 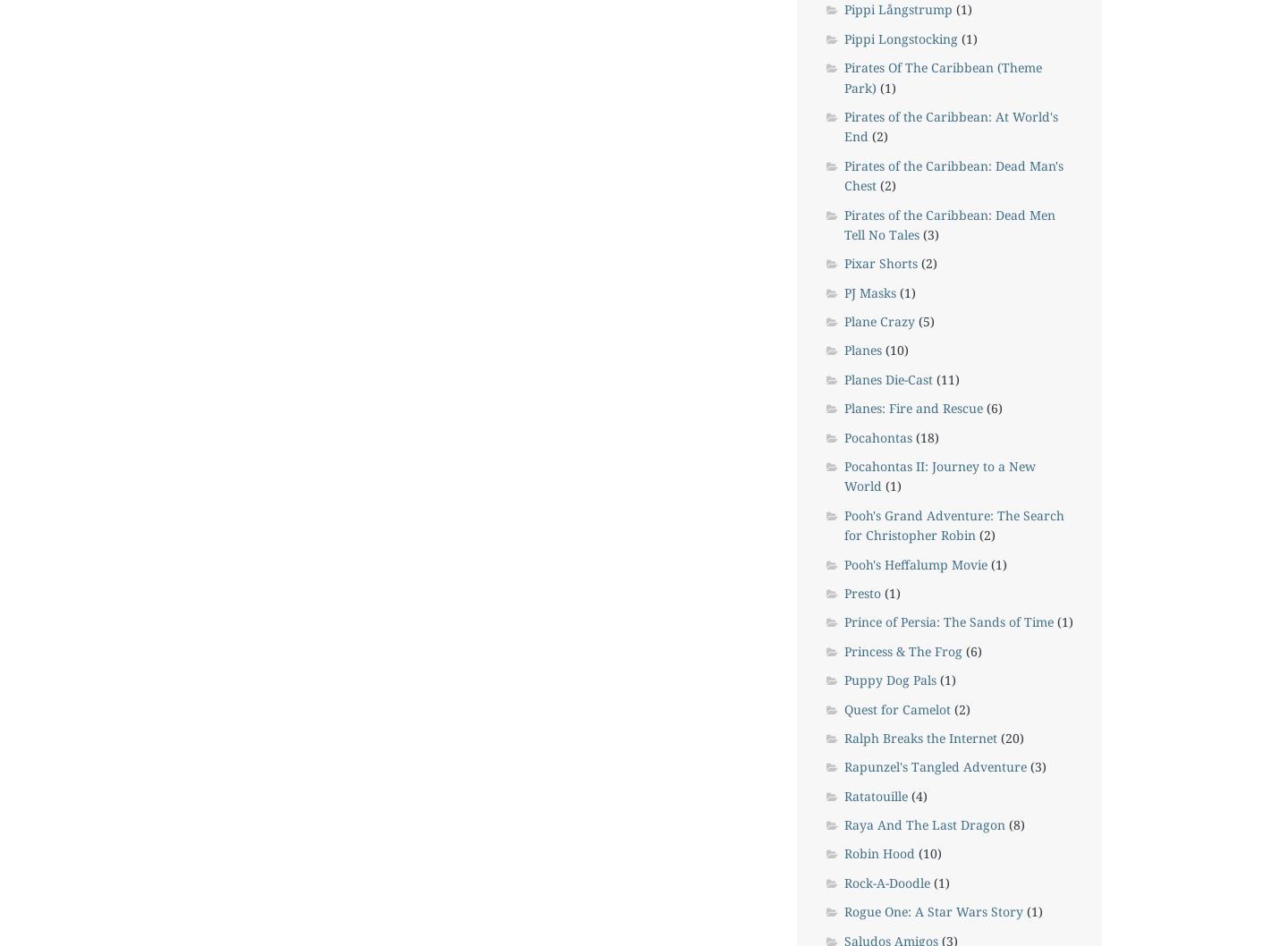 What do you see at coordinates (902, 650) in the screenshot?
I see `'Princess & The Frog'` at bounding box center [902, 650].